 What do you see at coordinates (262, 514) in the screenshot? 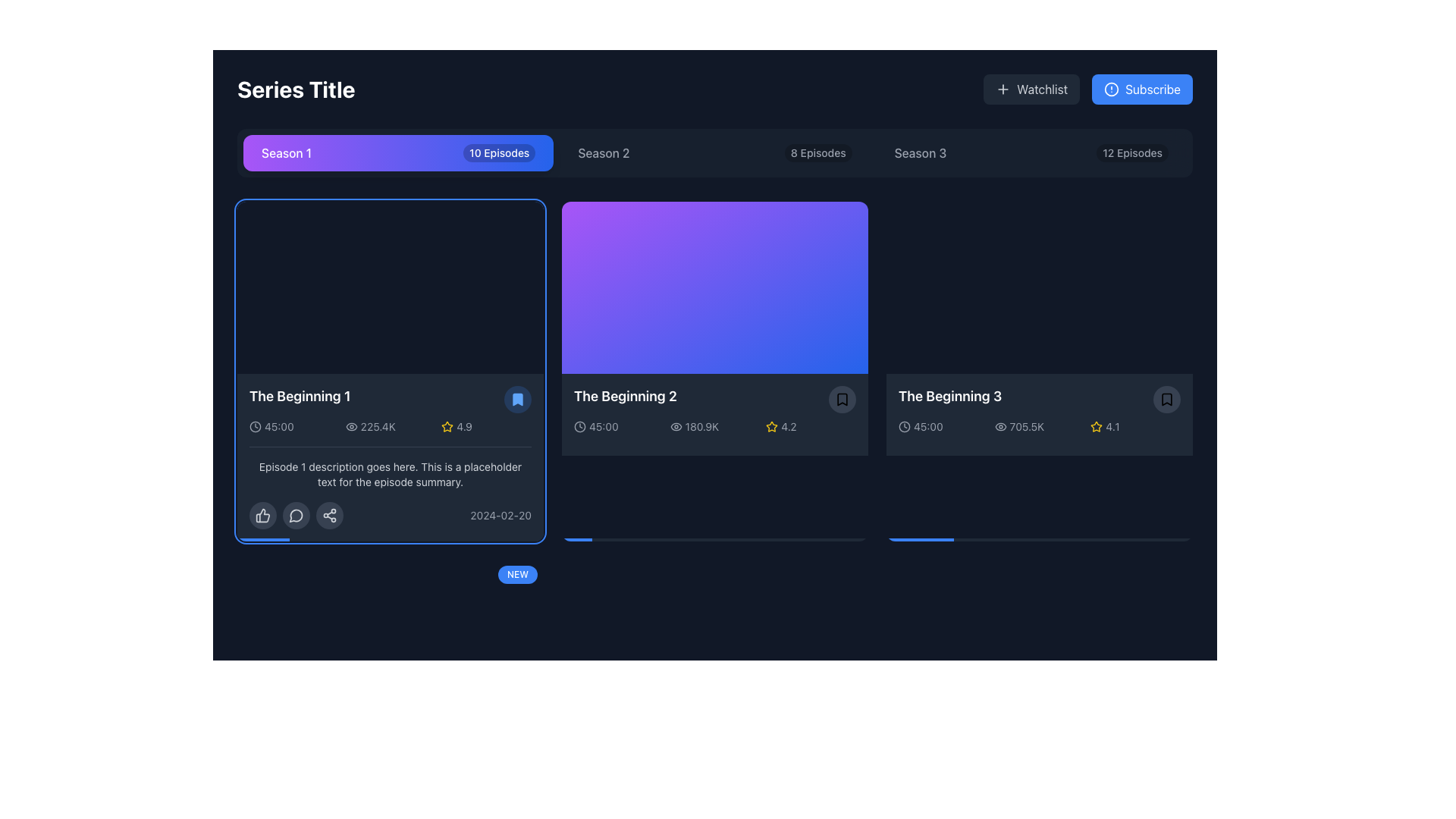
I see `the 'Like' button located at the bottom-left corner of the card labeled 'The Beginning 1'` at bounding box center [262, 514].